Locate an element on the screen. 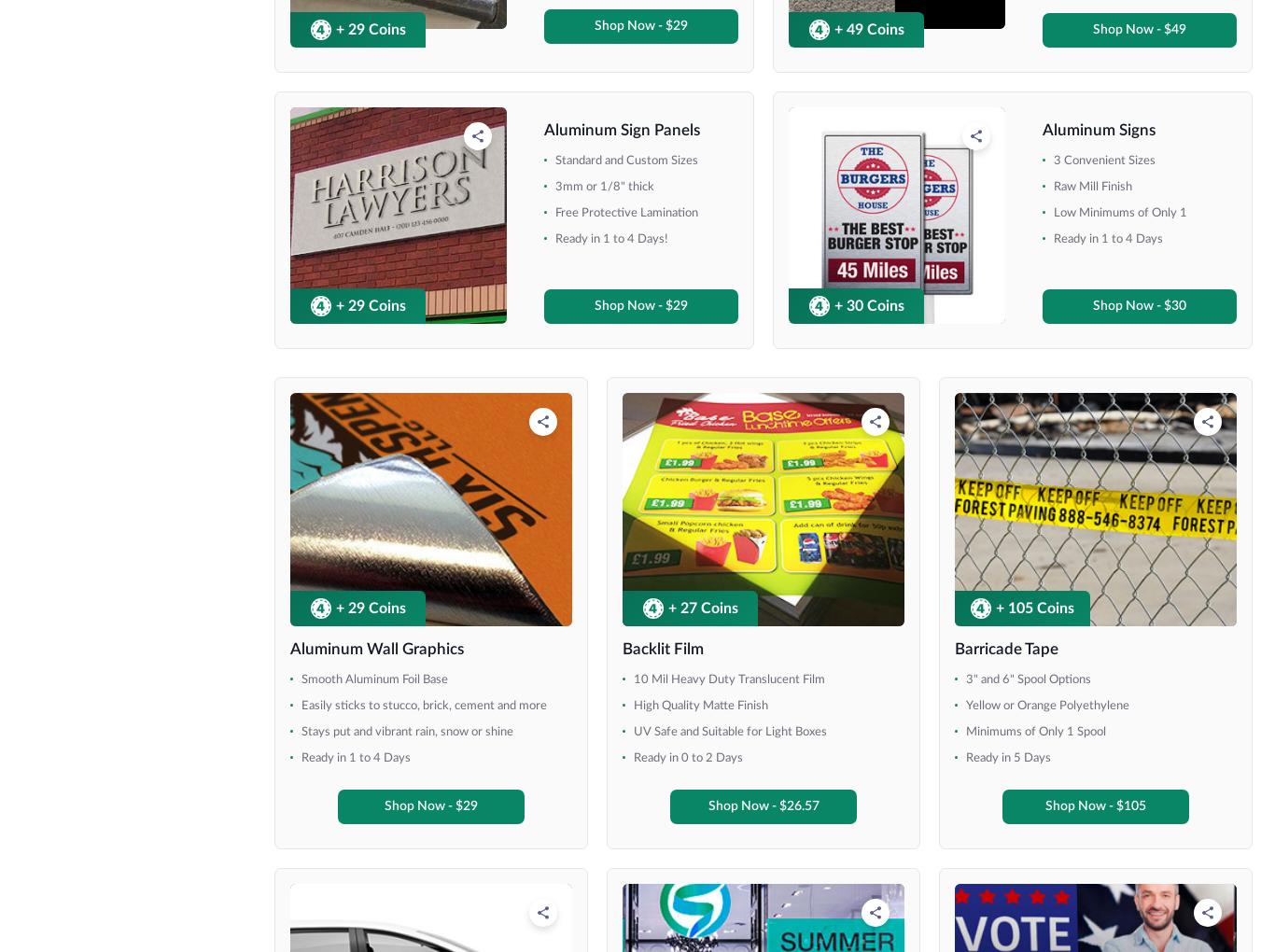 This screenshot has height=952, width=1275. 'Ready in 1 to 4 Days!' is located at coordinates (1021, 673).